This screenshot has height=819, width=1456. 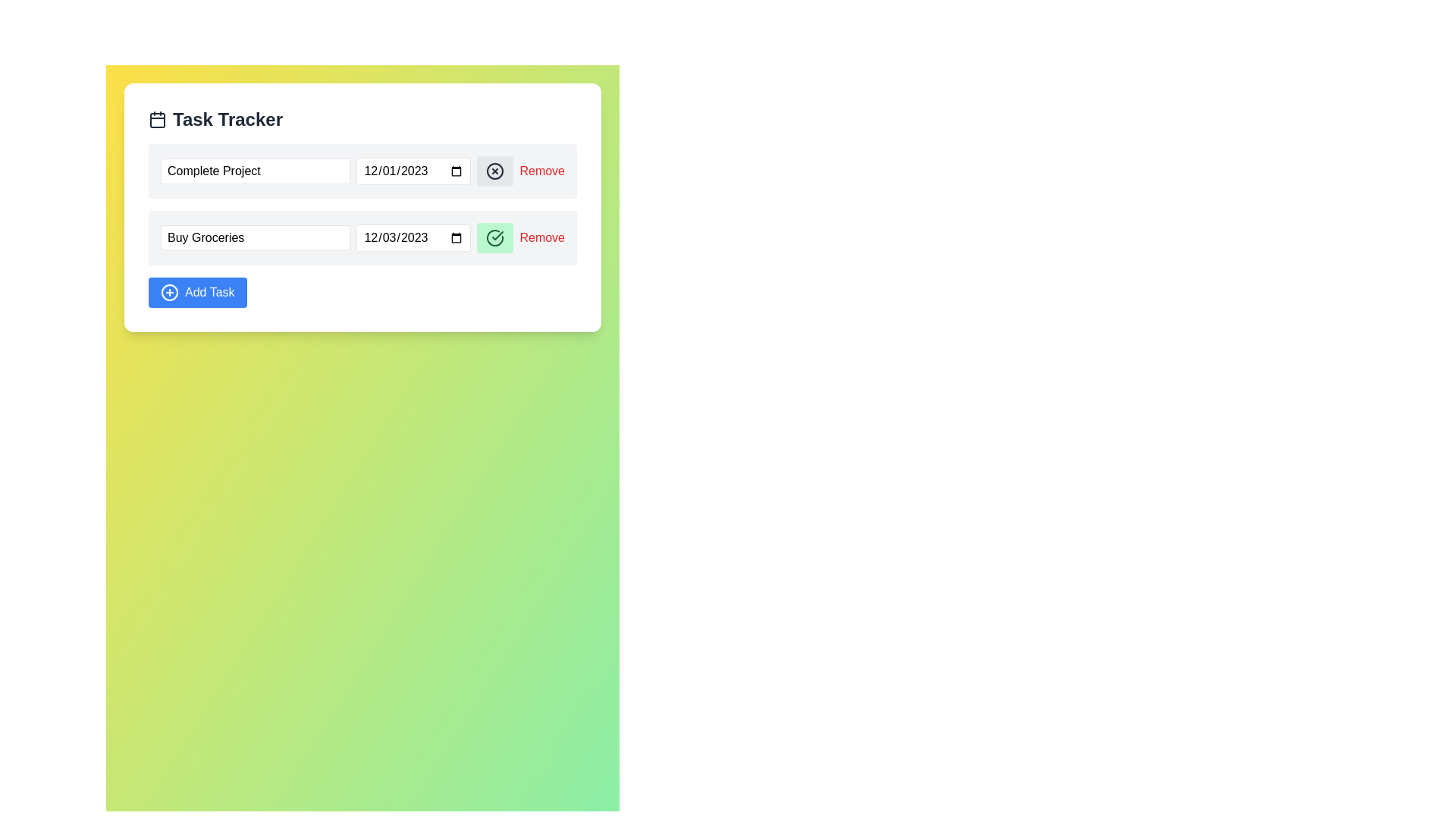 What do you see at coordinates (494, 237) in the screenshot?
I see `the small, rounded green button with a checkmark icon located to the right of the 'Buy Groceries' input field to check the associated task` at bounding box center [494, 237].